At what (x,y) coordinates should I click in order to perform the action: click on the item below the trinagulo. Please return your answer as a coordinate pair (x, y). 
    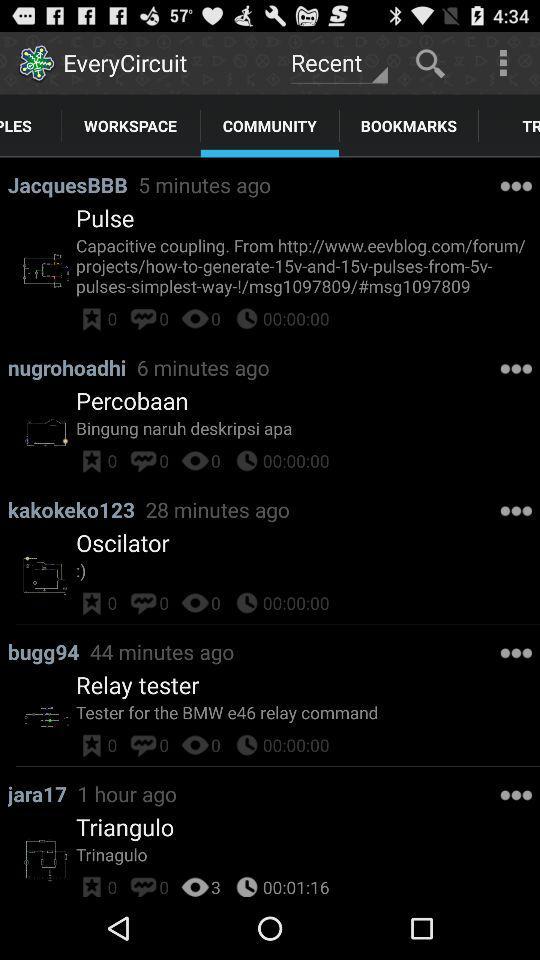
    Looking at the image, I should click on (215, 883).